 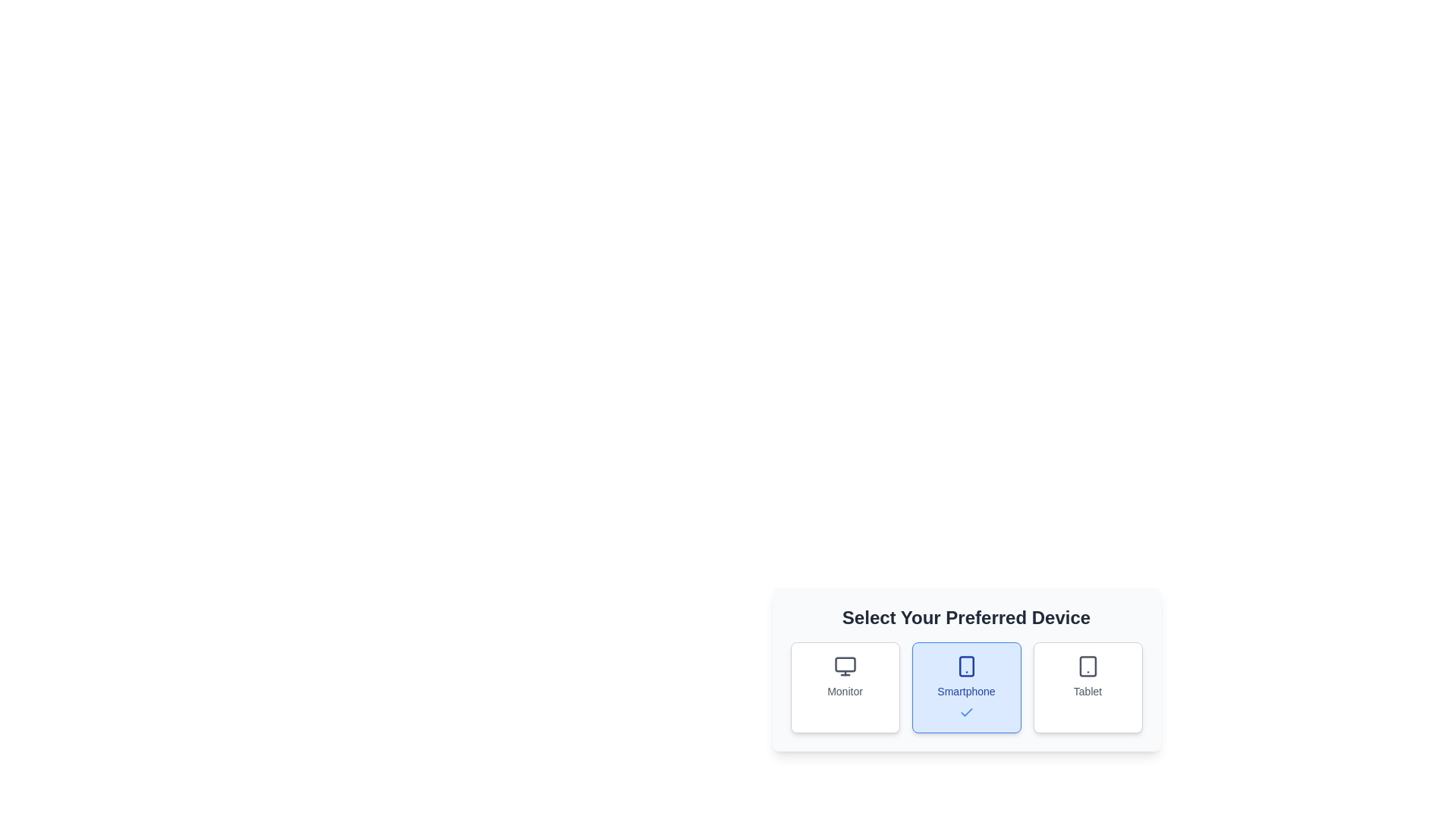 I want to click on the 'Monitor' icon element that resembles a monitor with a dark outline and light background, located within the leftmost option of a horizontal selection group labeled 'Select Your Preferred Device.', so click(x=844, y=666).